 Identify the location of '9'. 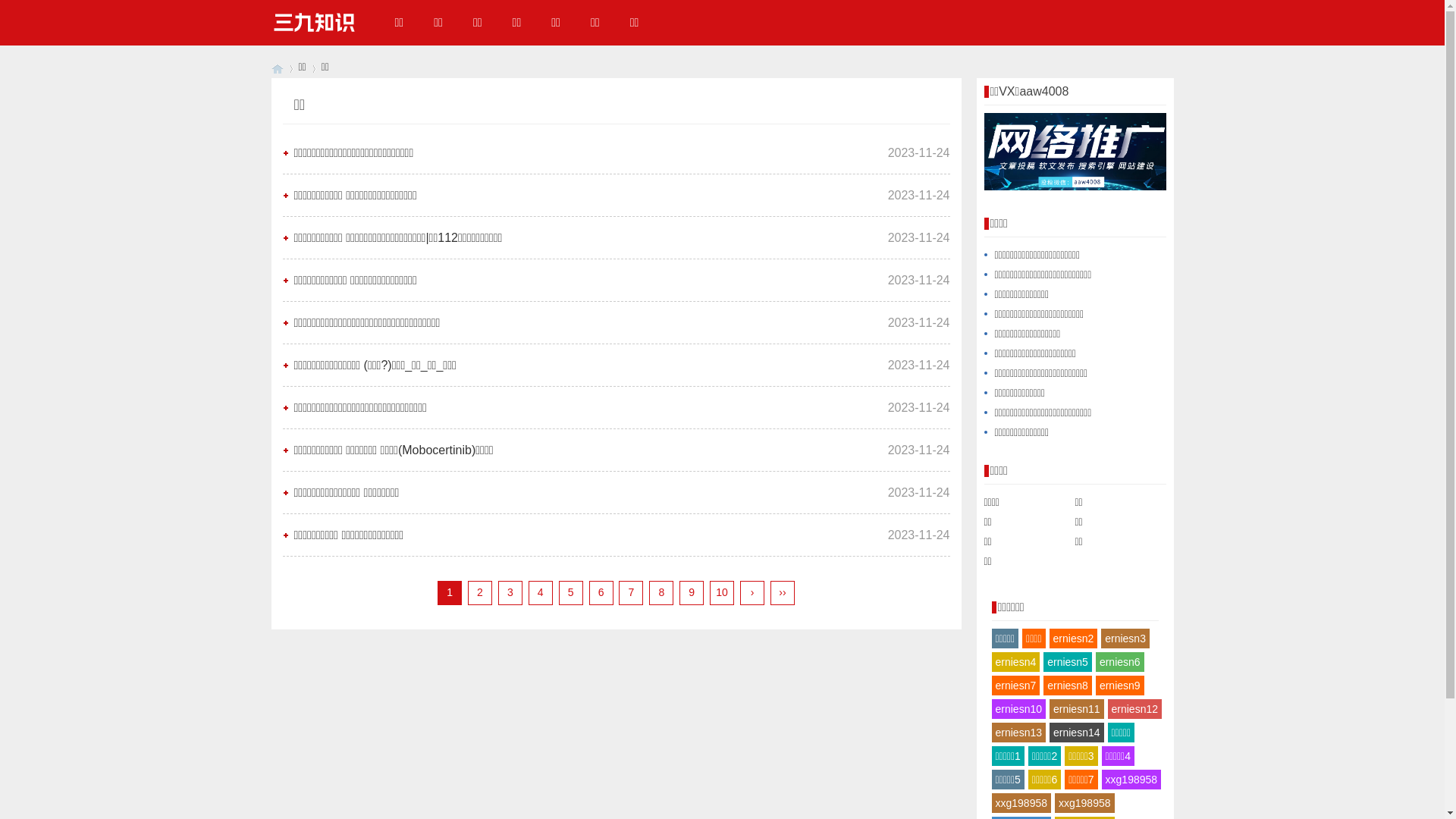
(691, 592).